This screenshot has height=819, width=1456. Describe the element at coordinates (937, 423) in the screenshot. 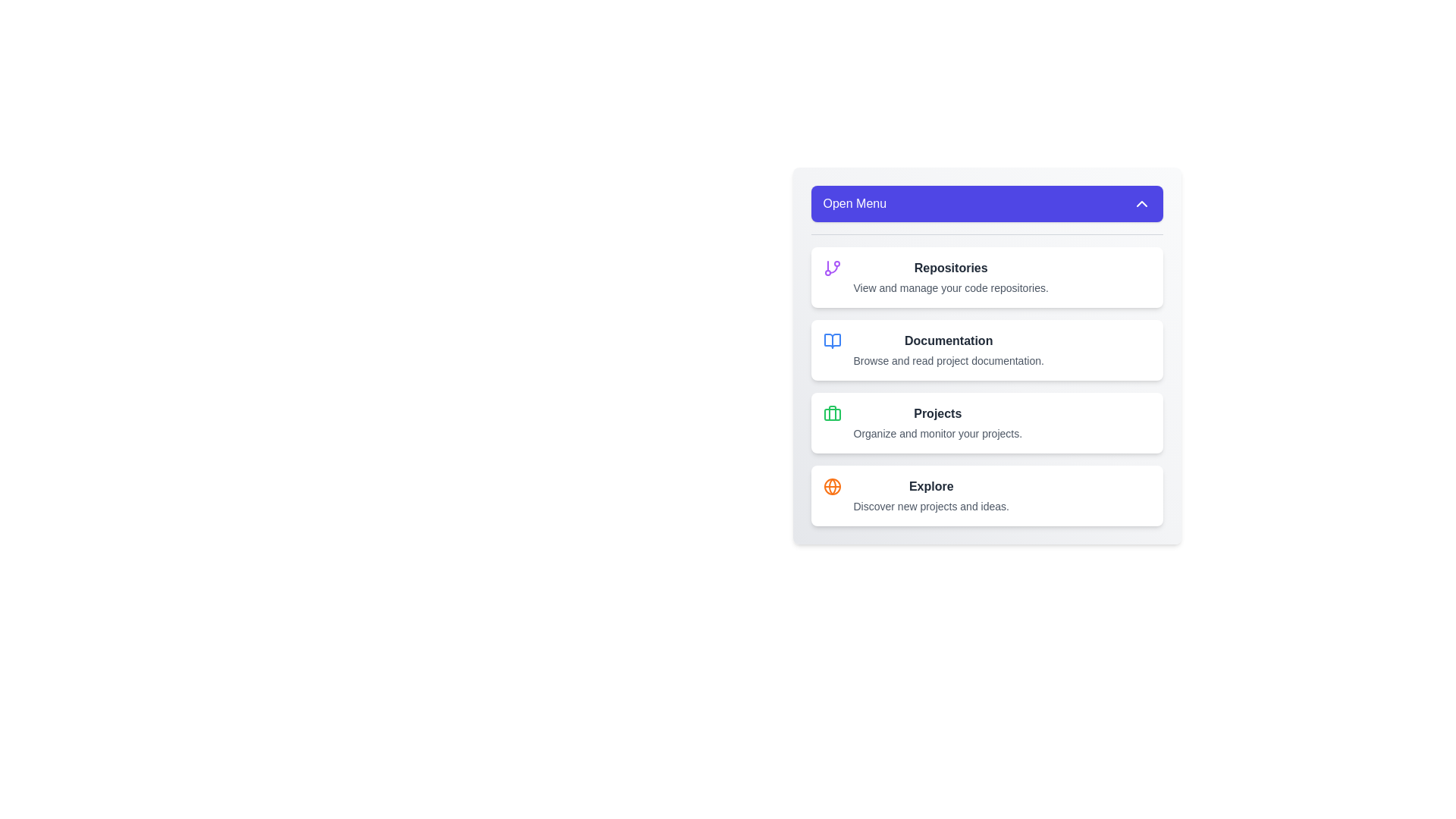

I see `the 'Projects' menu item, which is the third entry in a vertical stack of cards` at that location.